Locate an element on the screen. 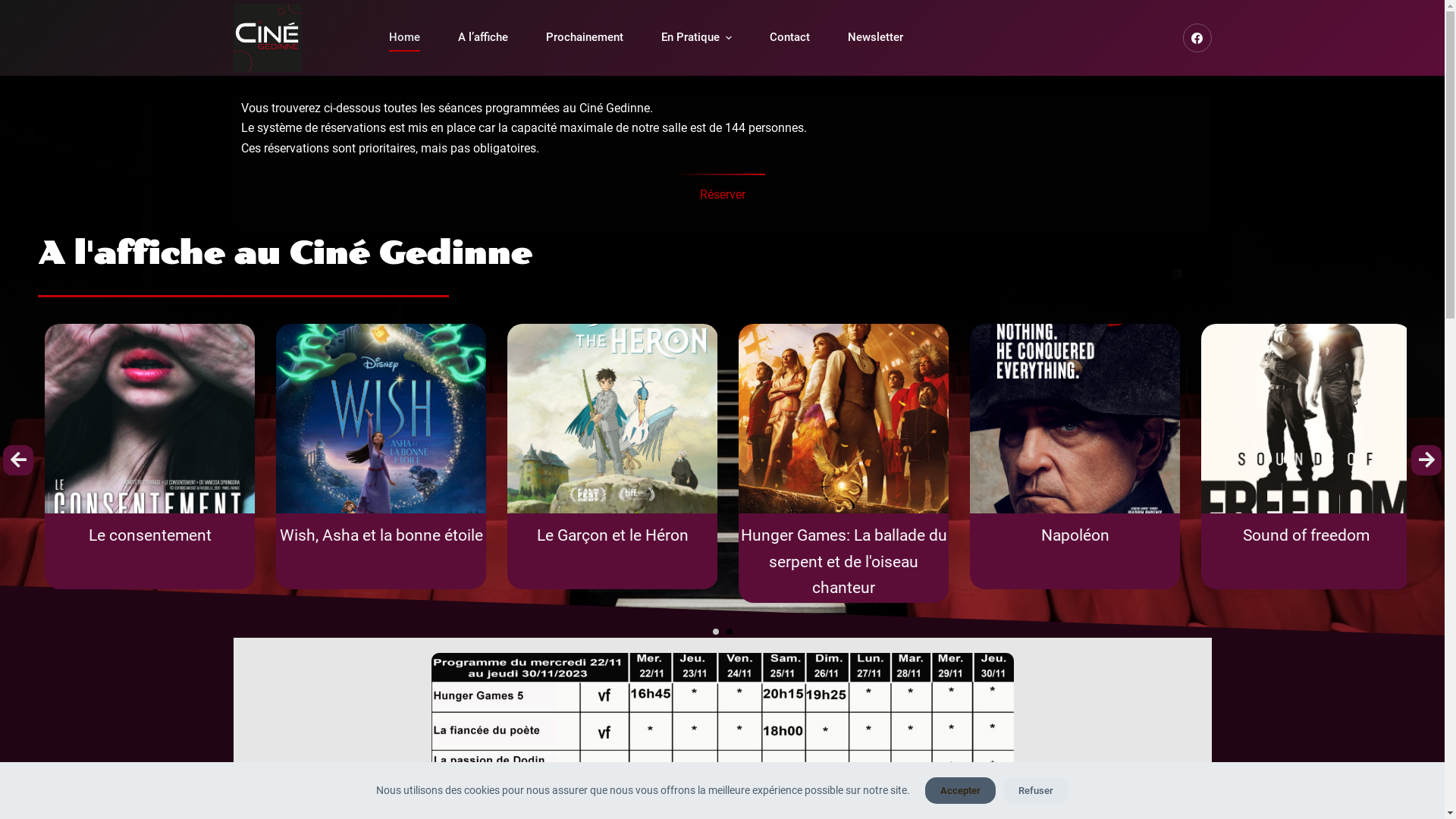 This screenshot has width=1456, height=819. 'En Pratique' is located at coordinates (695, 36).